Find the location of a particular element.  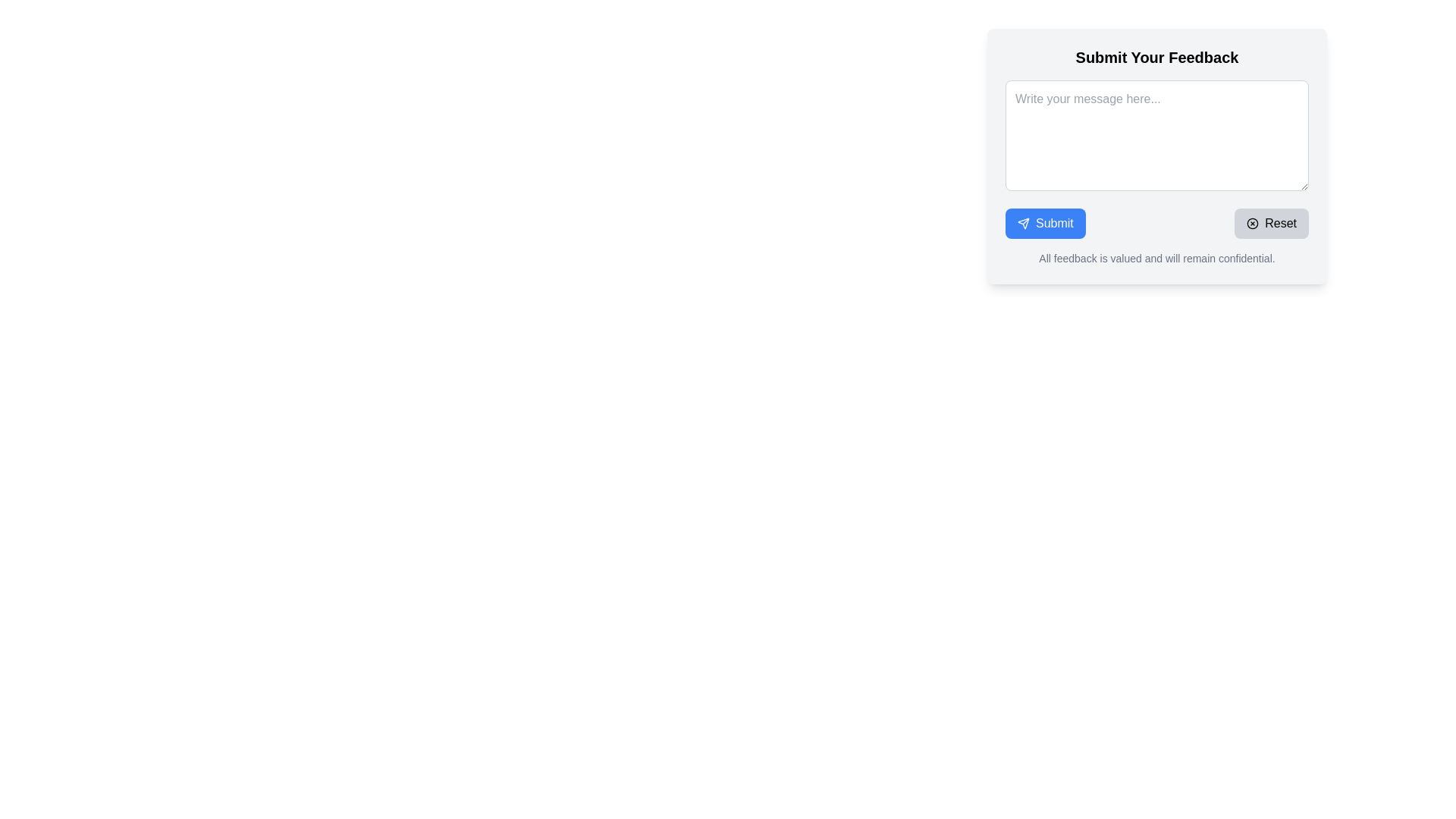

the 'Submit' button icon located towards the left side of the button, just before the text label 'Submit' is located at coordinates (1023, 223).